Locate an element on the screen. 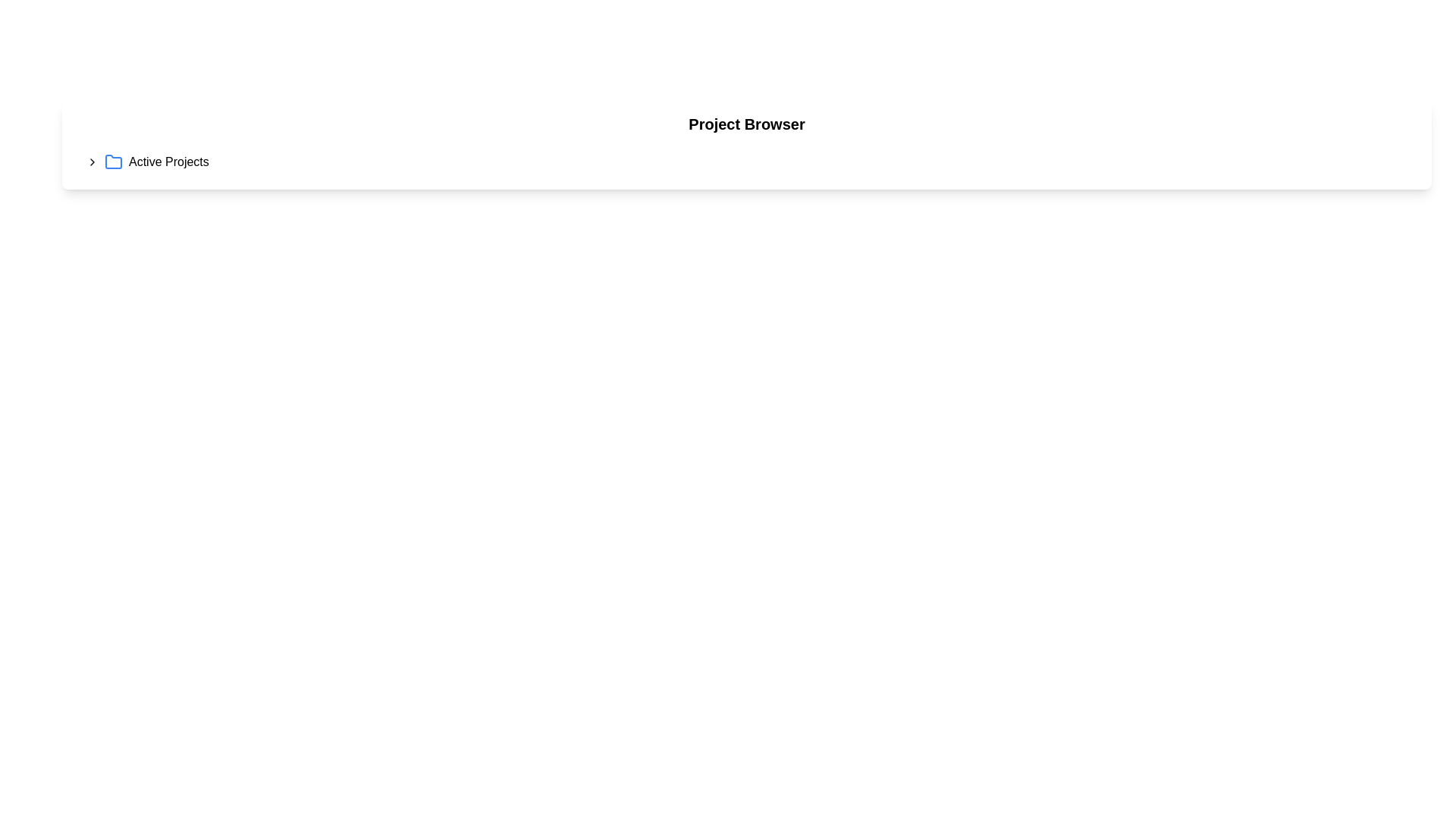 This screenshot has width=1456, height=819. the Text Label that indicates the current active projects, located next to a blue folder icon in the top-left quadrant of the main interface is located at coordinates (168, 162).